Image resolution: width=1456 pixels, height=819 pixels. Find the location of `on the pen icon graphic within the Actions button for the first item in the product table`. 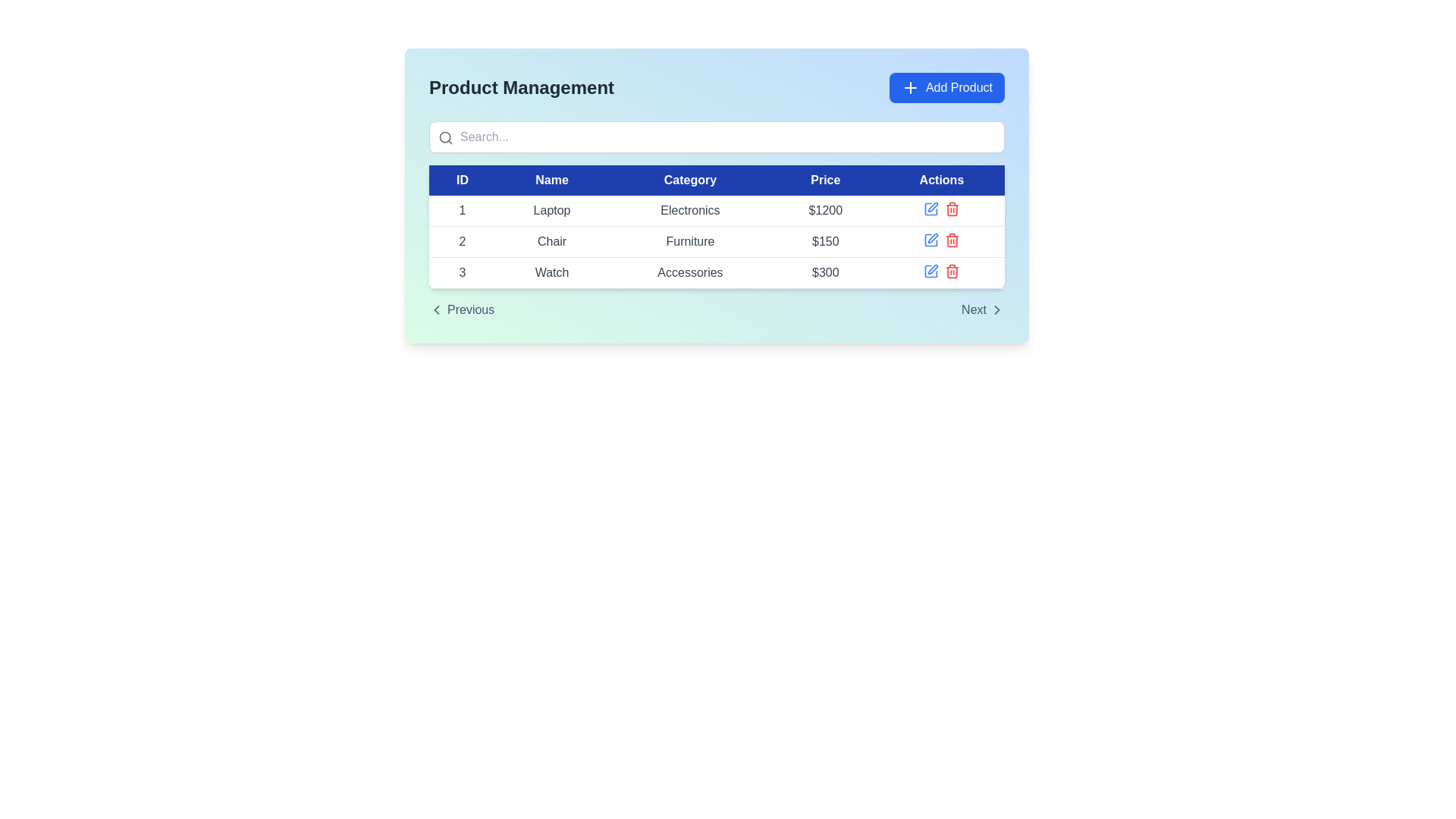

on the pen icon graphic within the Actions button for the first item in the product table is located at coordinates (930, 209).